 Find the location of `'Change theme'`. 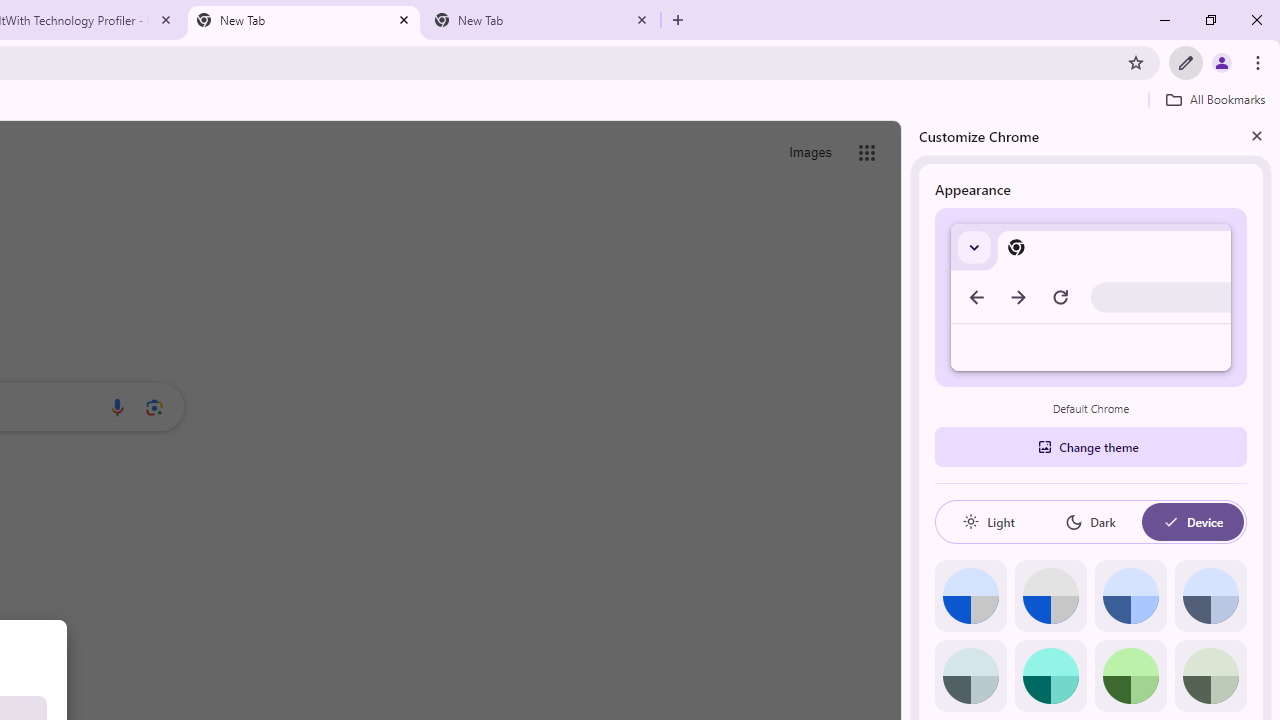

'Change theme' is located at coordinates (1089, 446).